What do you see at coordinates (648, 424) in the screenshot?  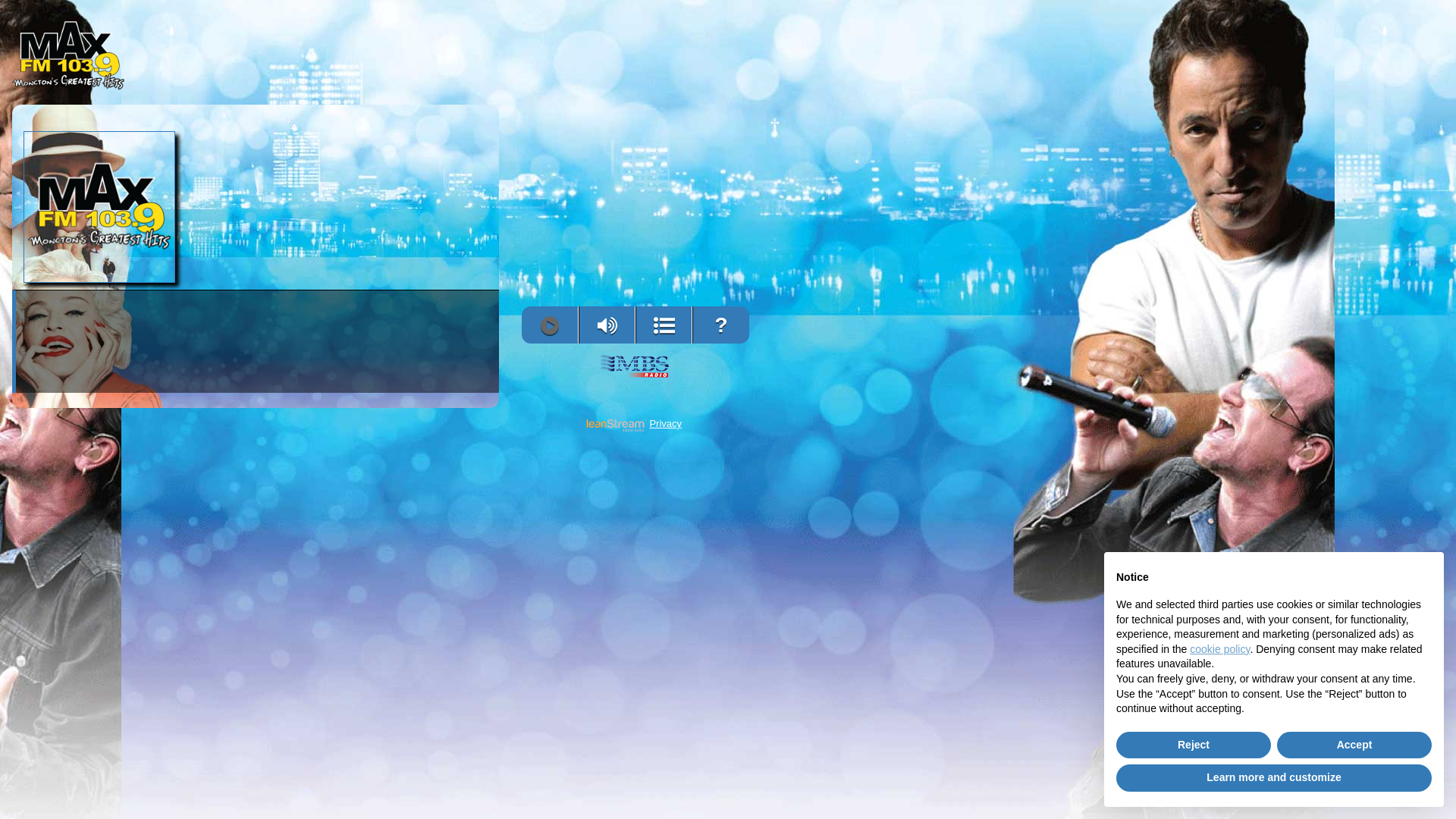 I see `'Privacy'` at bounding box center [648, 424].